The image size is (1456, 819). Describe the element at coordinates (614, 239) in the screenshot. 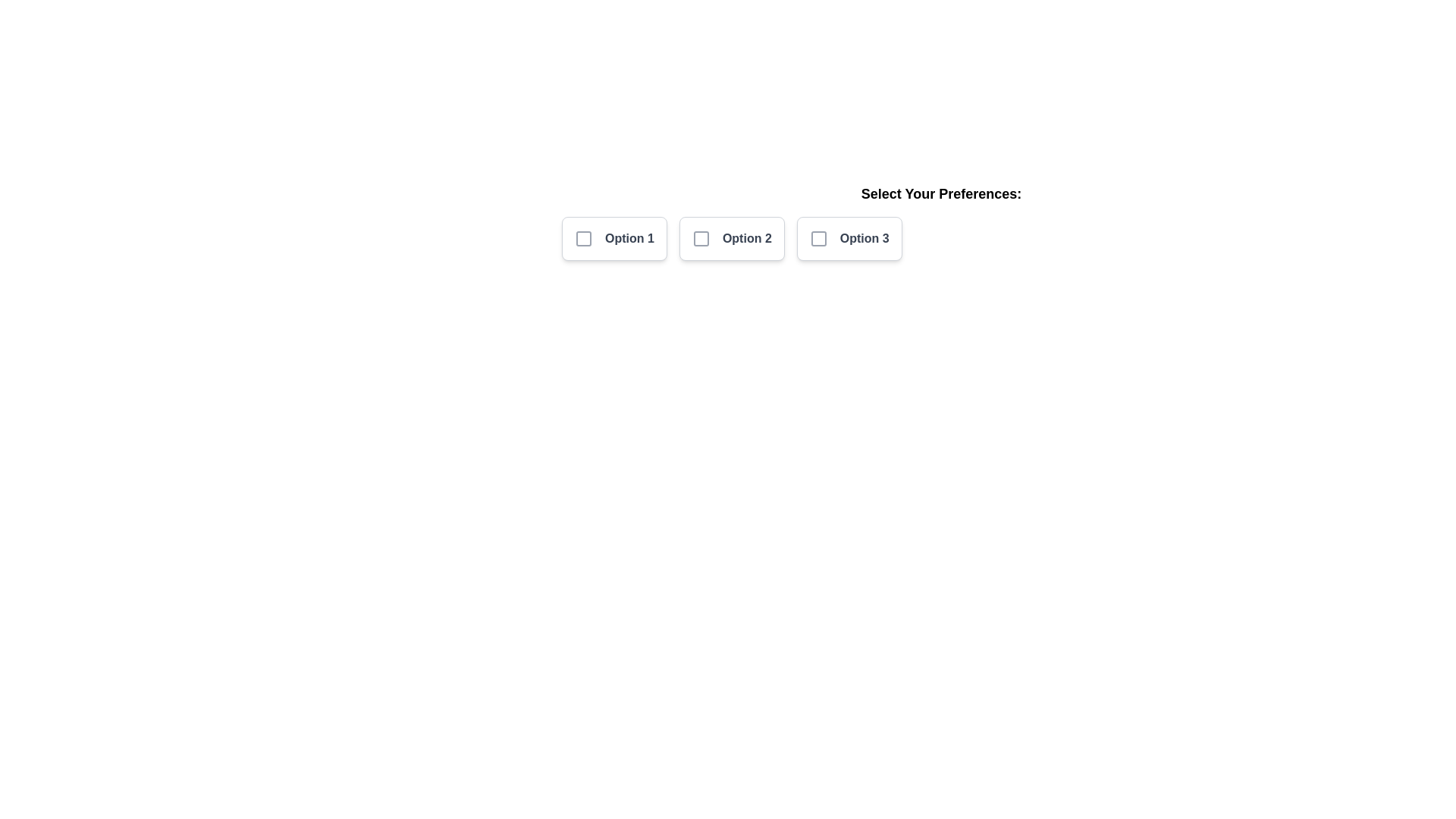

I see `the 'Option 1' checkbox` at that location.